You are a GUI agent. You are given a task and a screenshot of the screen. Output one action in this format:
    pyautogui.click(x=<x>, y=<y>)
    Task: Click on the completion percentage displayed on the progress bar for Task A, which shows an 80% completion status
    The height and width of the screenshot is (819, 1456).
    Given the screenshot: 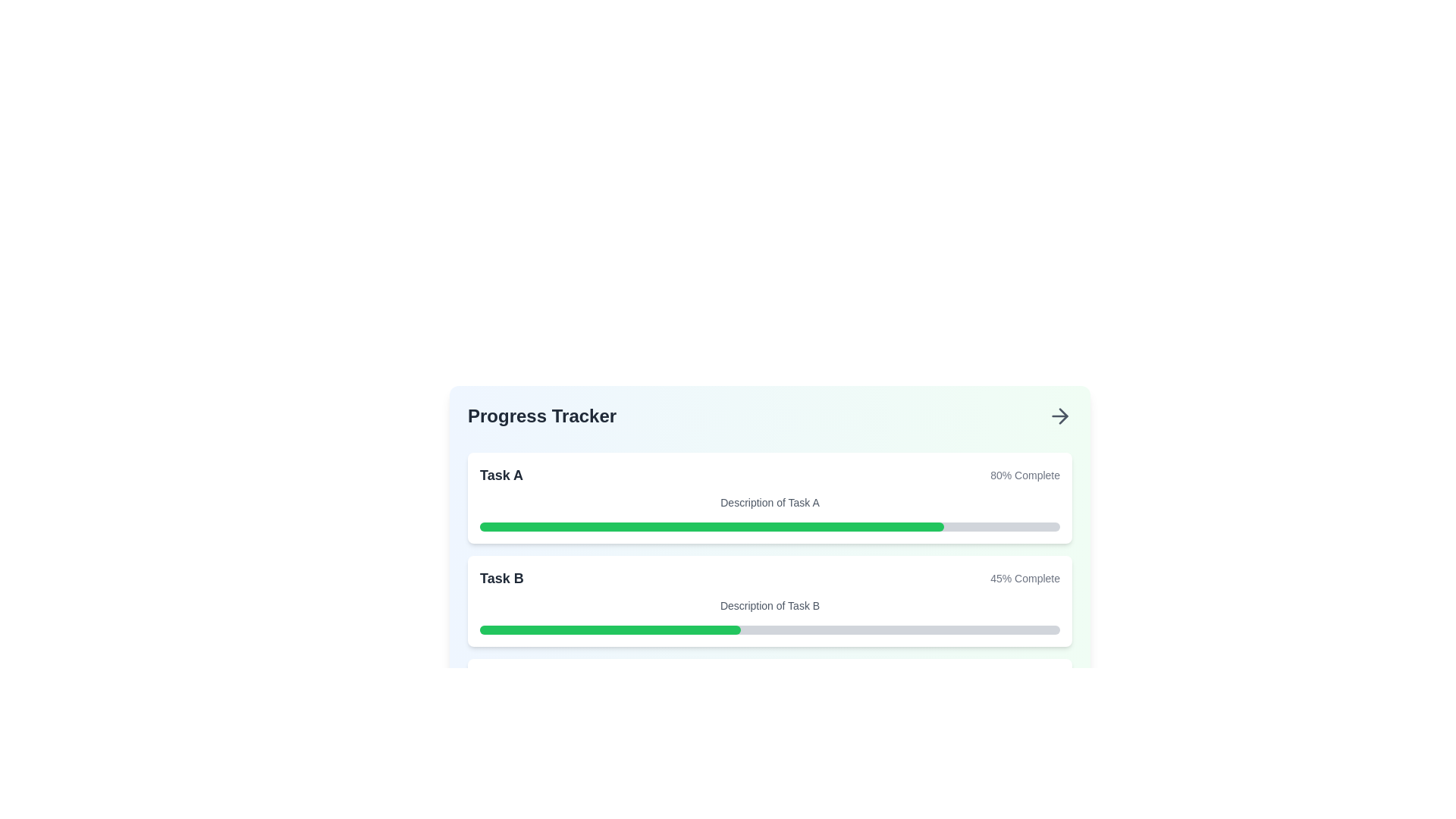 What is the action you would take?
    pyautogui.click(x=770, y=516)
    